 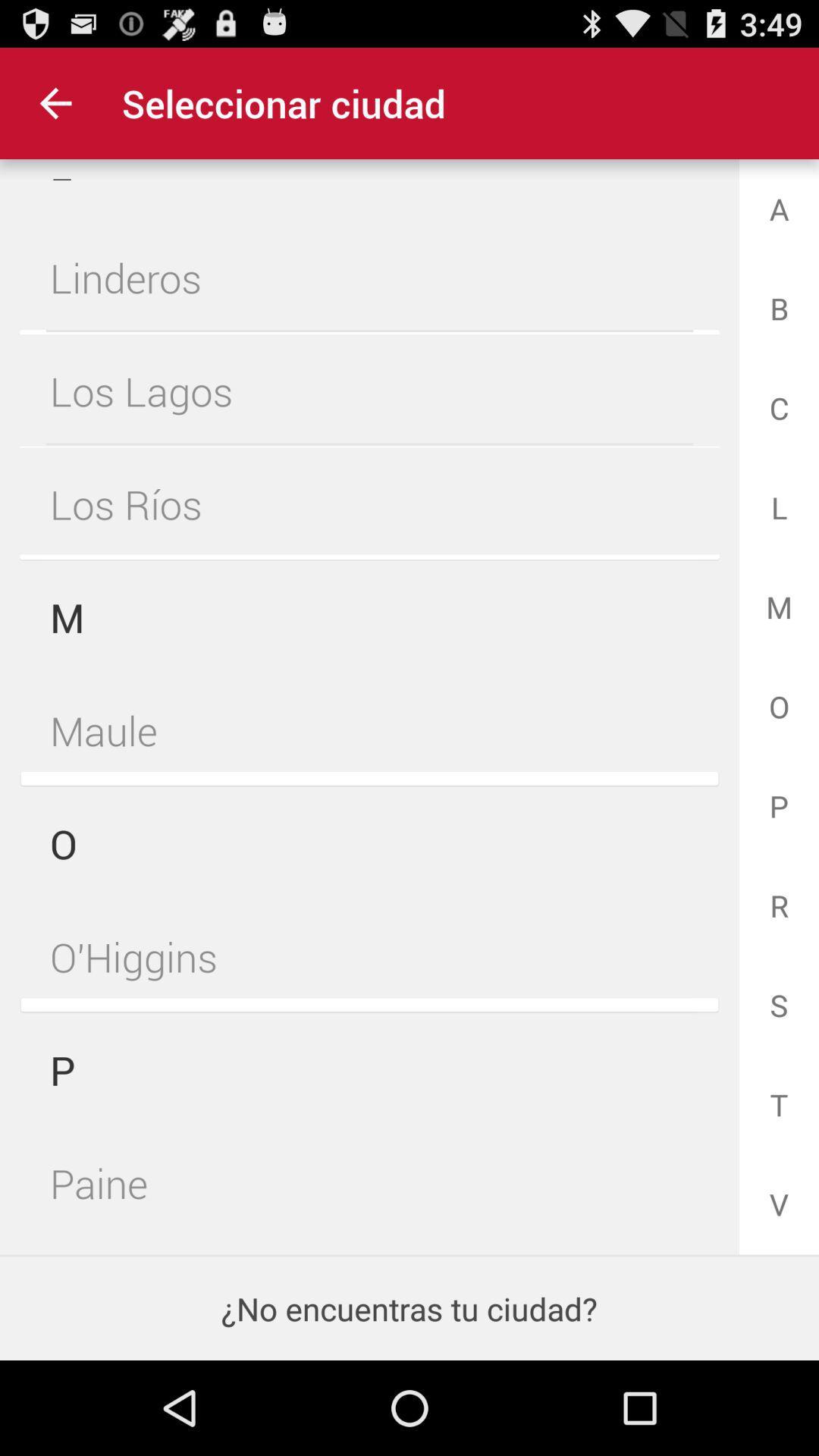 I want to click on icon next to c item, so click(x=369, y=391).